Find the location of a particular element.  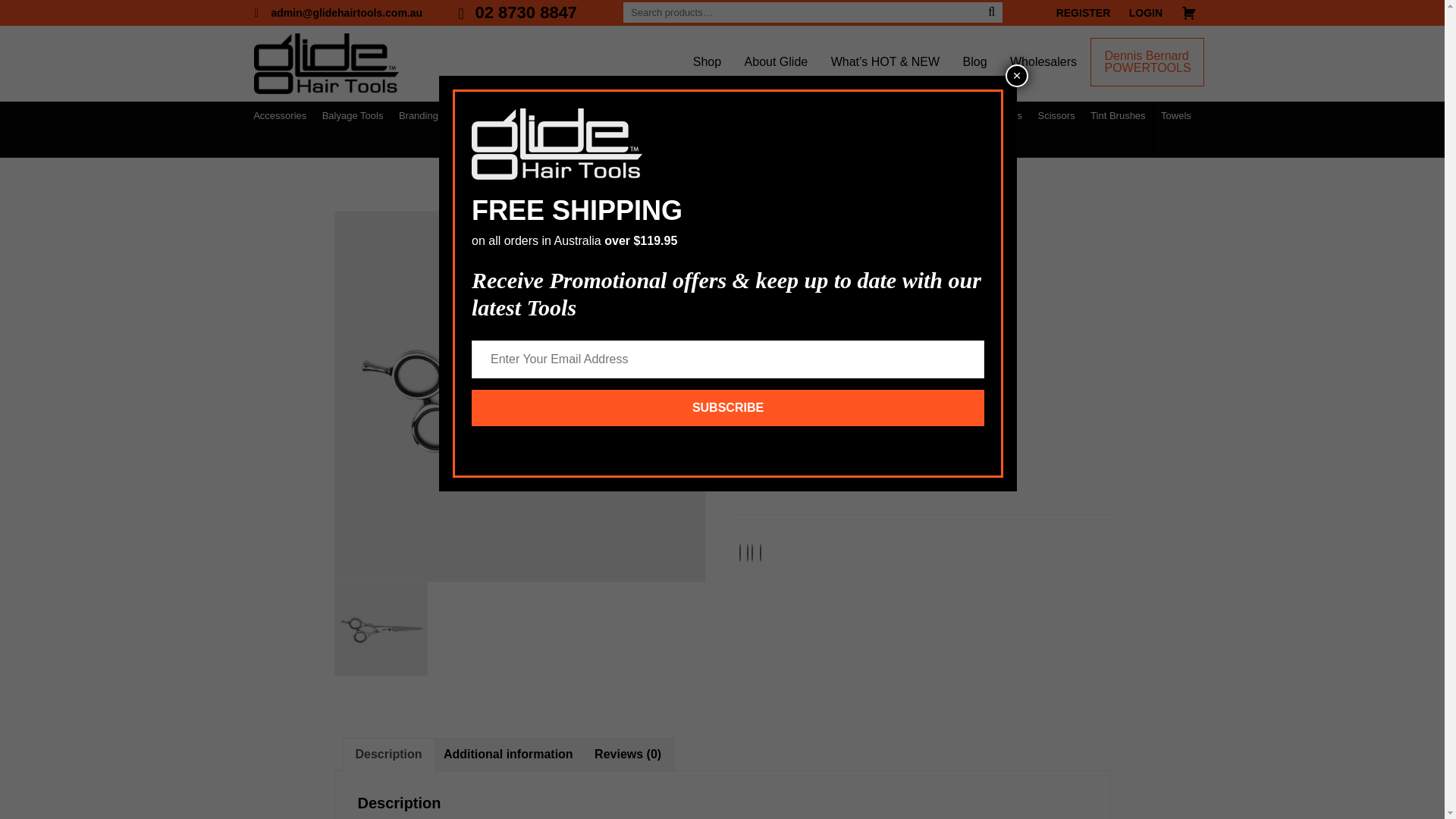

'LOGIN TO SEE THE PRICE' is located at coordinates (832, 406).